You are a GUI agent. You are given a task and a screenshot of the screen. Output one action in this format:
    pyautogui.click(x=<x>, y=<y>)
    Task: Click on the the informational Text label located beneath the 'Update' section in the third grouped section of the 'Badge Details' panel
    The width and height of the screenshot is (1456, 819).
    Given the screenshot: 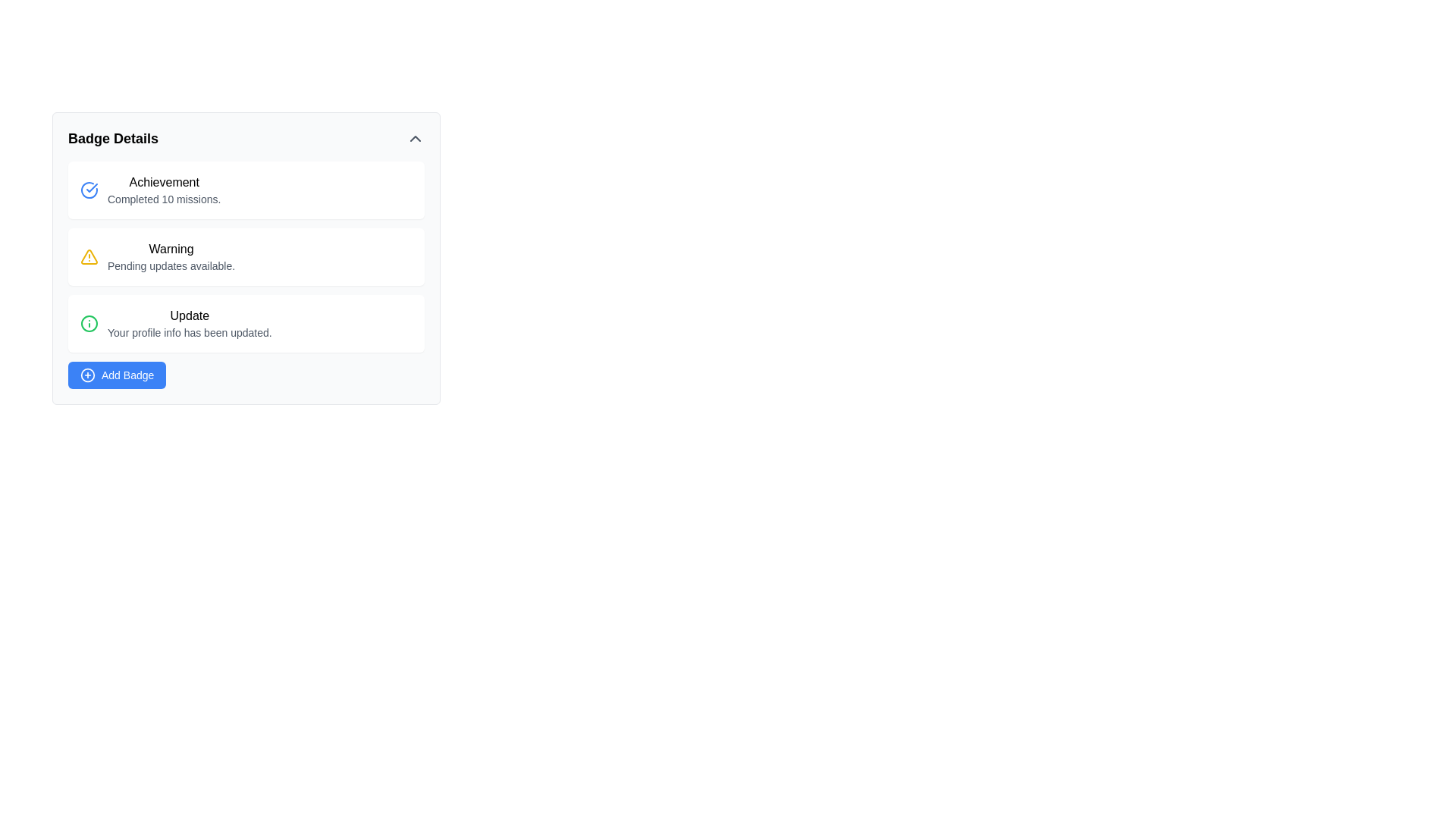 What is the action you would take?
    pyautogui.click(x=189, y=332)
    